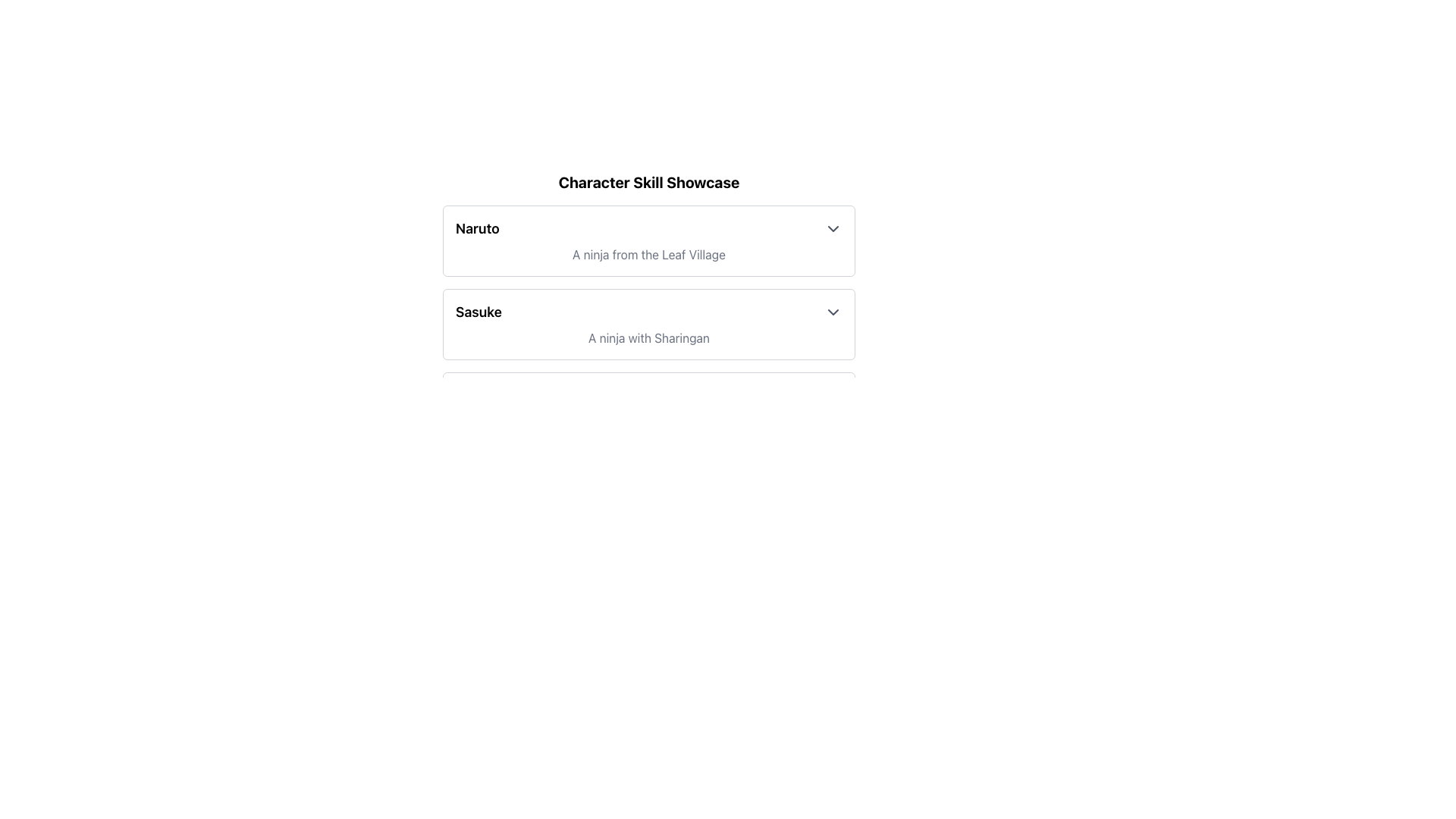  I want to click on the text label containing the phrase 'A ninja from the Leaf Village', which is styled in a smaller gray font and positioned below the main title 'Naruto', so click(648, 253).